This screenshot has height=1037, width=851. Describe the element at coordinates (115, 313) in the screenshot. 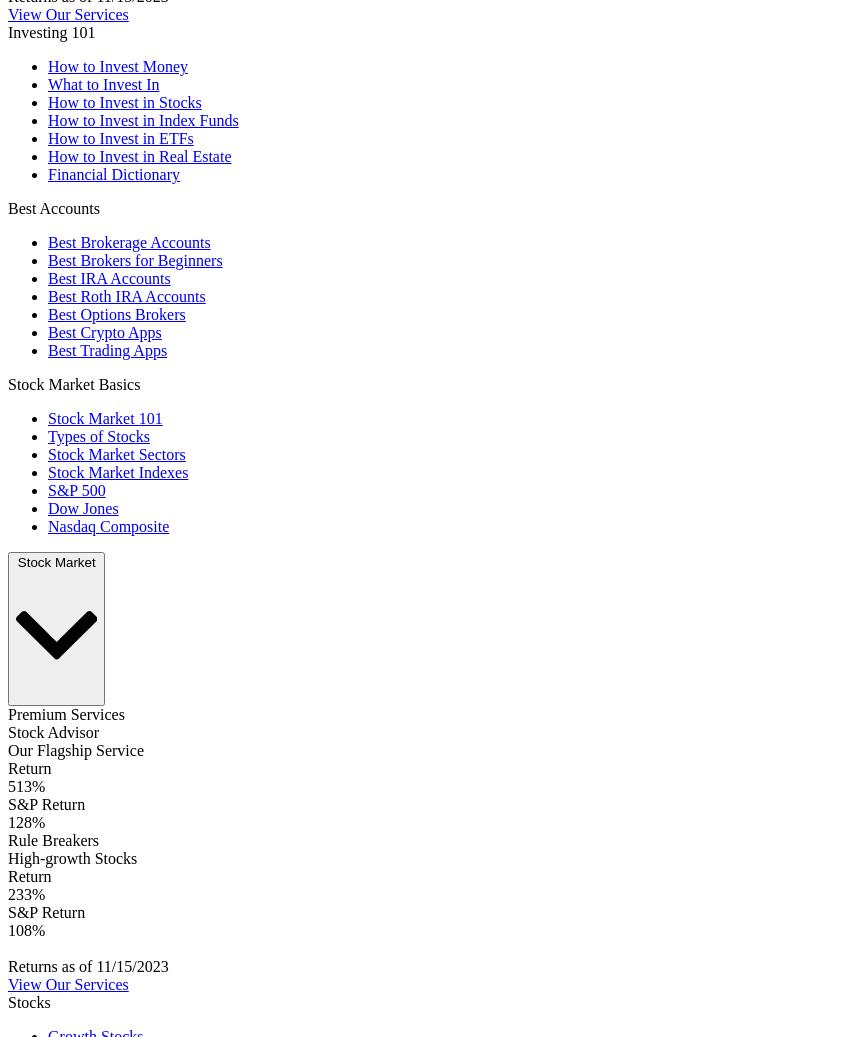

I see `'Best Options Brokers'` at that location.